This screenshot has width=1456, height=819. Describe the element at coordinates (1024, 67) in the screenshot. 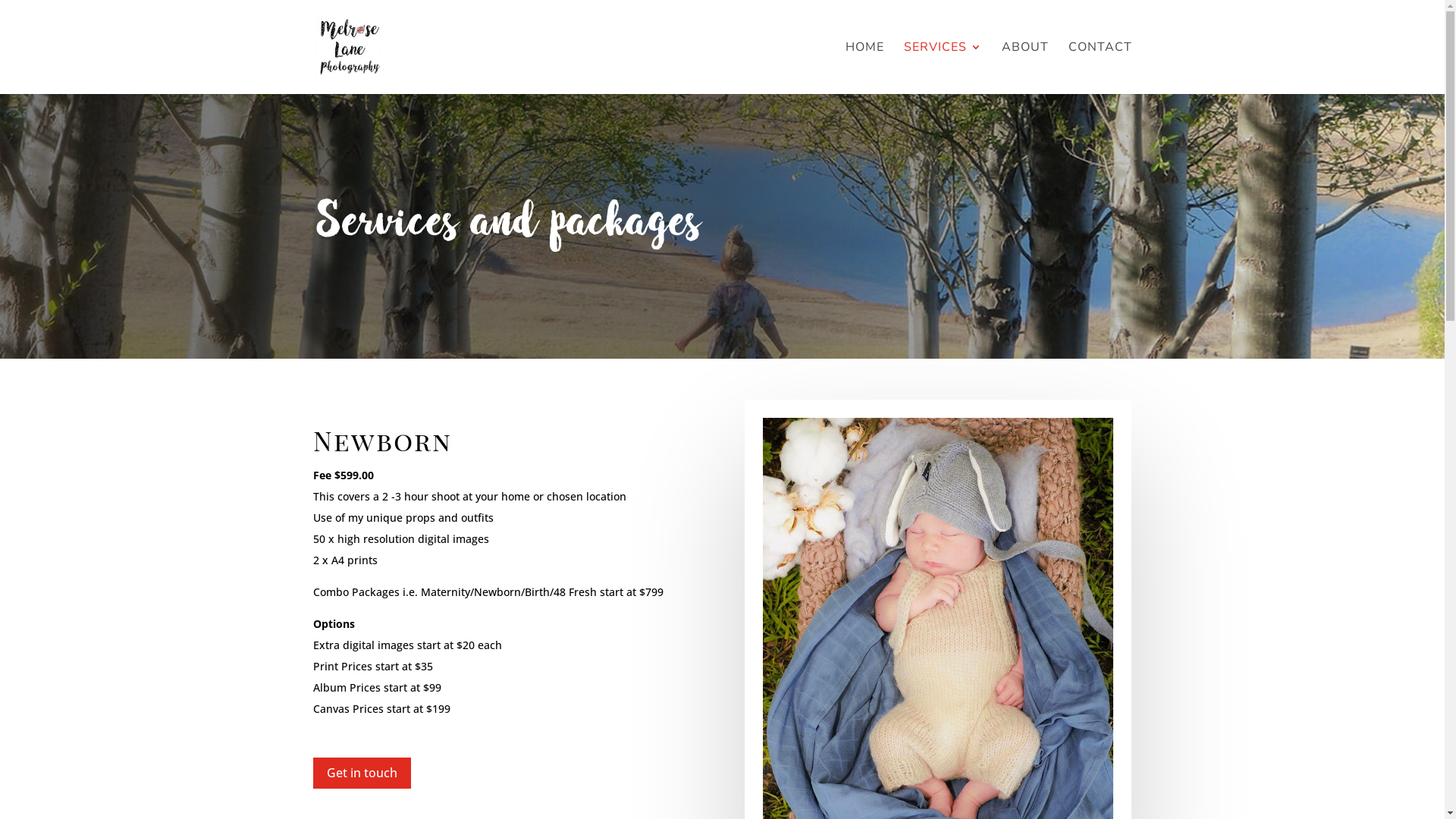

I see `'ABOUT'` at that location.